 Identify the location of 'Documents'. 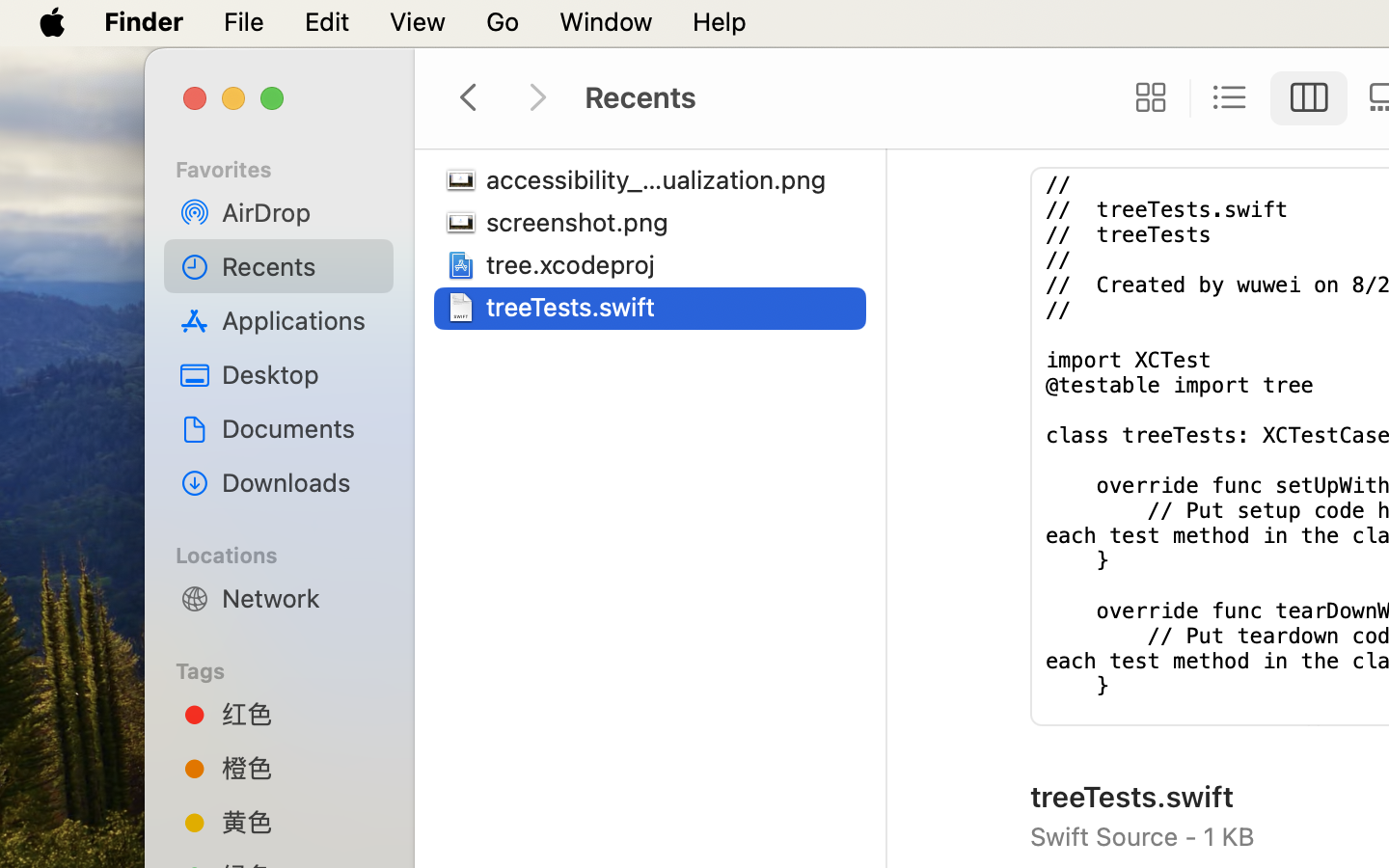
(300, 427).